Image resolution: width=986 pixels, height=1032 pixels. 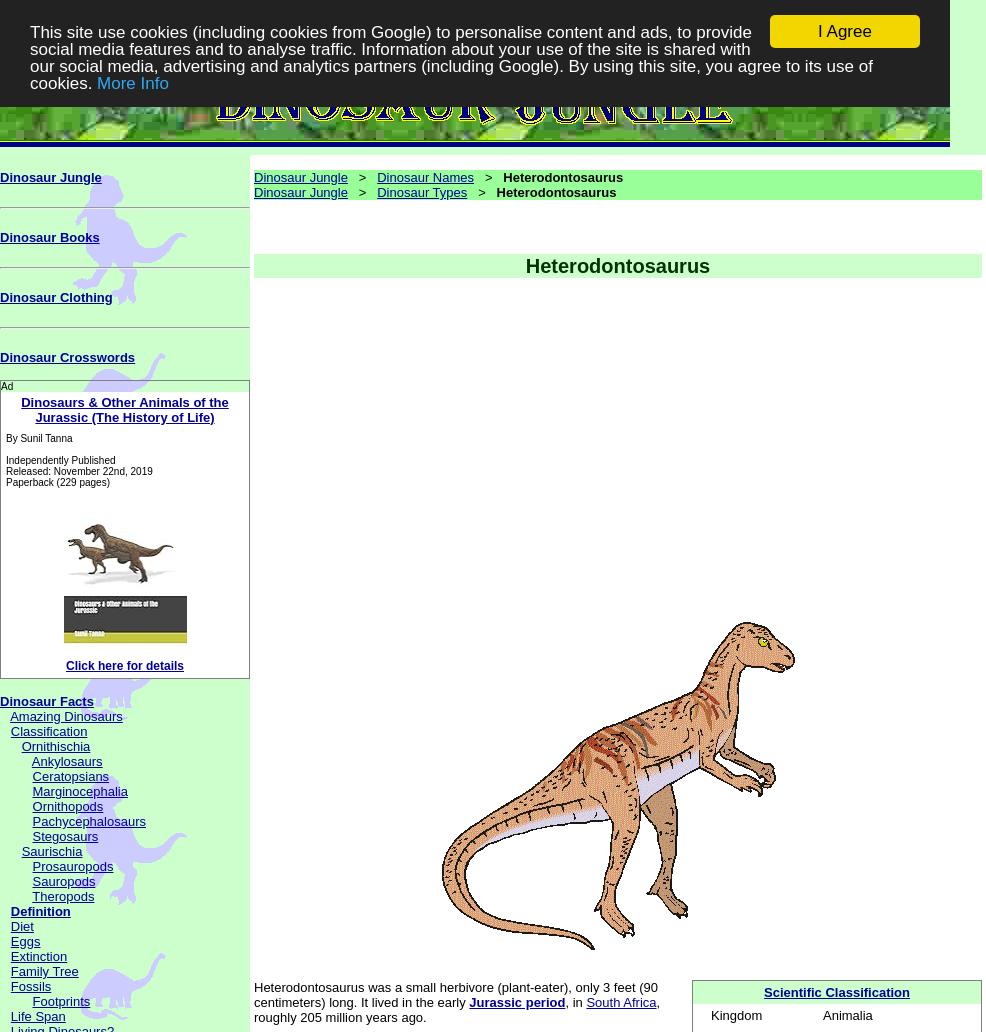 What do you see at coordinates (28, 56) in the screenshot?
I see `'This site use cookies (including cookies from Google) to personalise content and ads, to provide social media features and to analyse traffic. Information about your use of the site is shared with our social media, advertising and analytics partners (including Google). By using this site, you agree to its use of cookies.'` at bounding box center [28, 56].